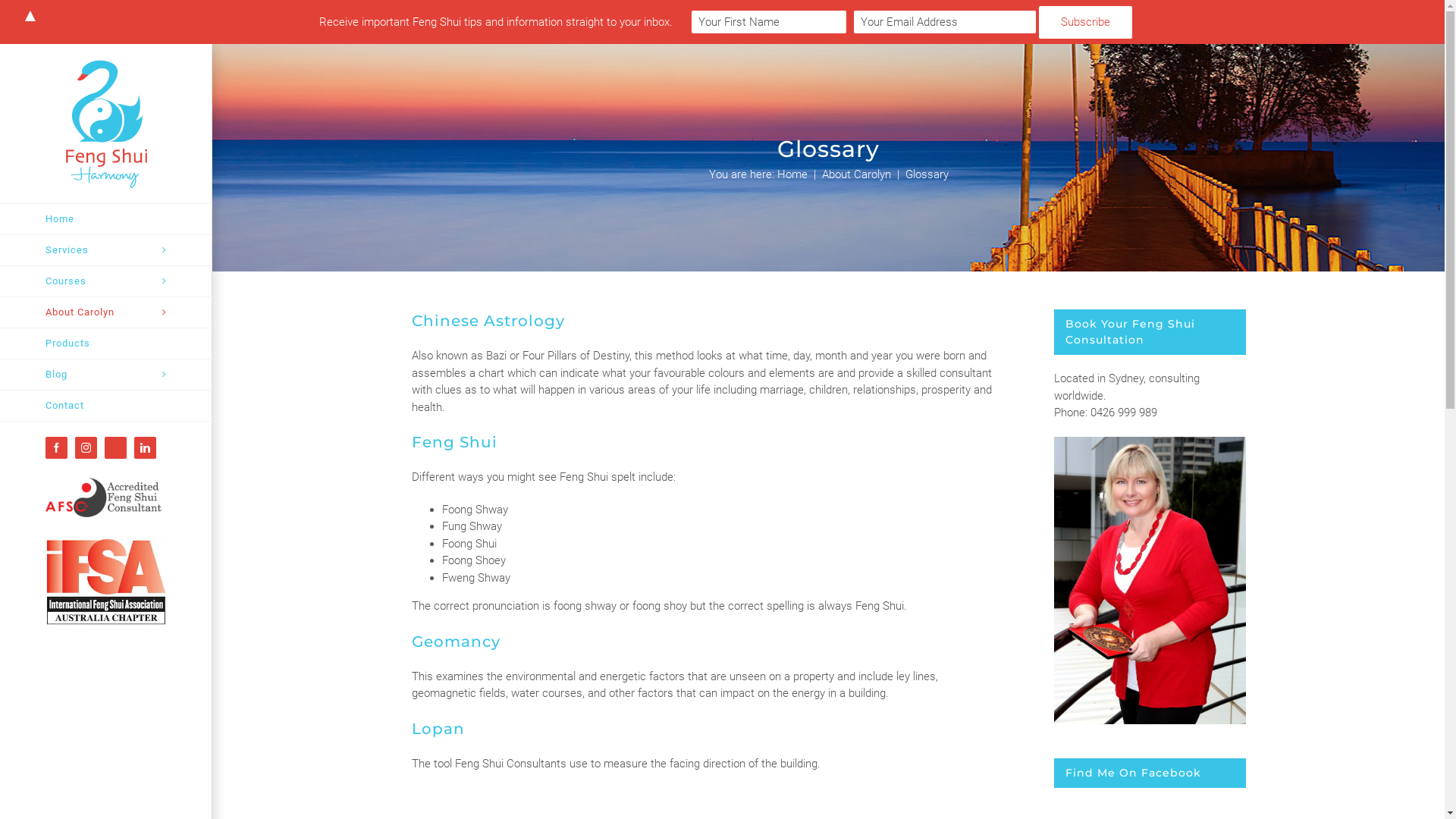 The height and width of the screenshot is (819, 1456). Describe the element at coordinates (105, 405) in the screenshot. I see `'Contact'` at that location.